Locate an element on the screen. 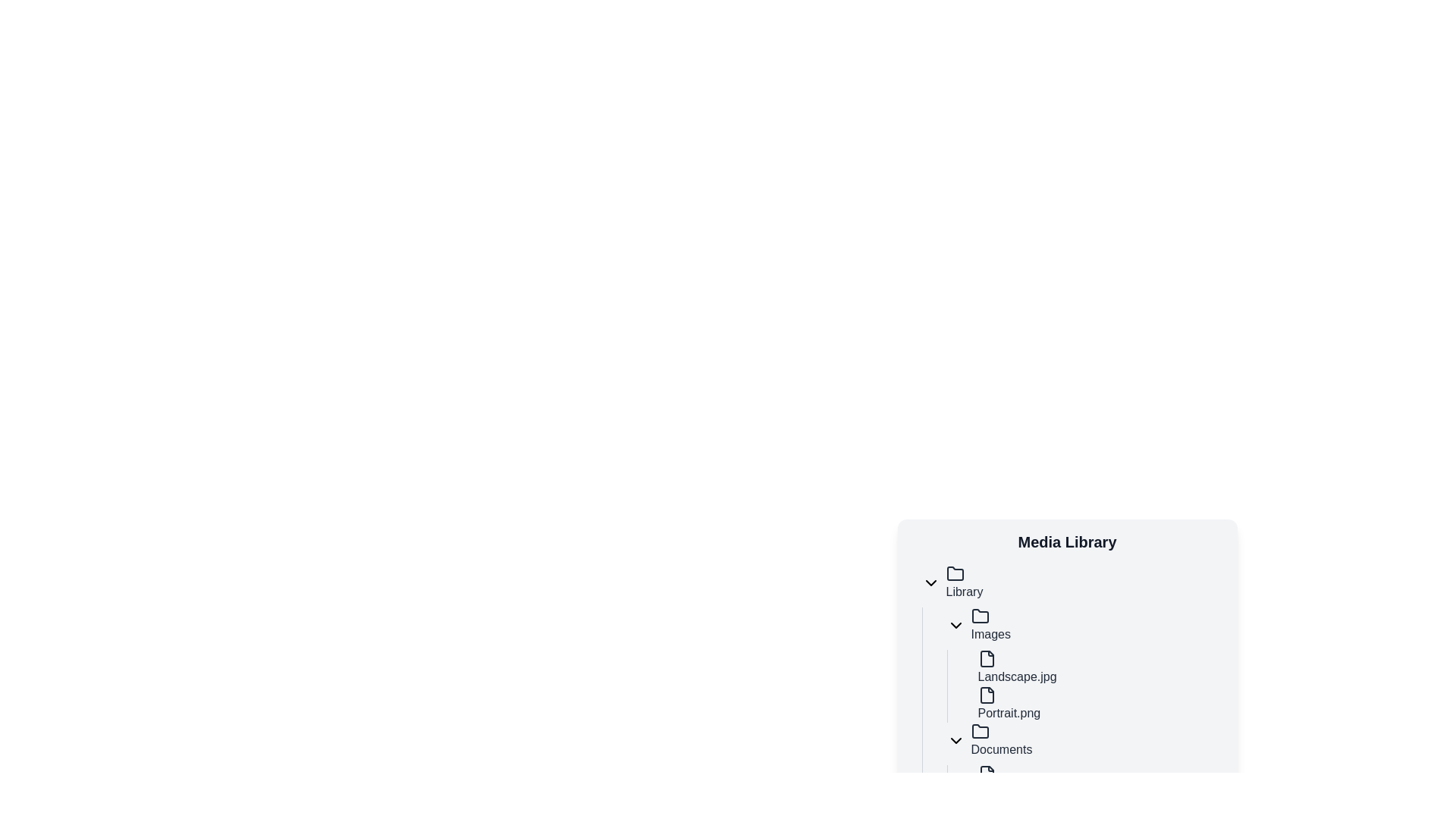  the folder icon representing the 'Library' section is located at coordinates (954, 573).